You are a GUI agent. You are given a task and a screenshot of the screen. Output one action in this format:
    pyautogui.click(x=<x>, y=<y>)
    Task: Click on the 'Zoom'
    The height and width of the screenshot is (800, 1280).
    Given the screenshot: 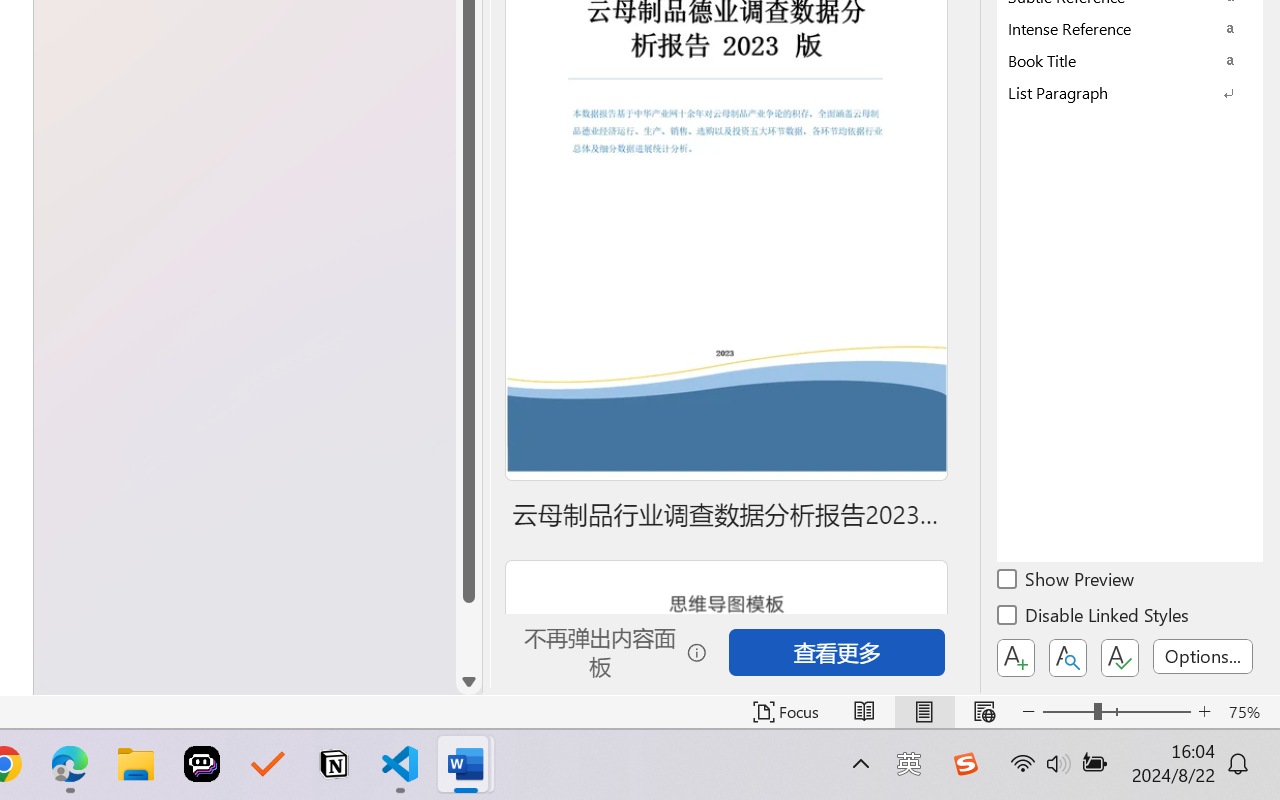 What is the action you would take?
    pyautogui.click(x=1115, y=711)
    